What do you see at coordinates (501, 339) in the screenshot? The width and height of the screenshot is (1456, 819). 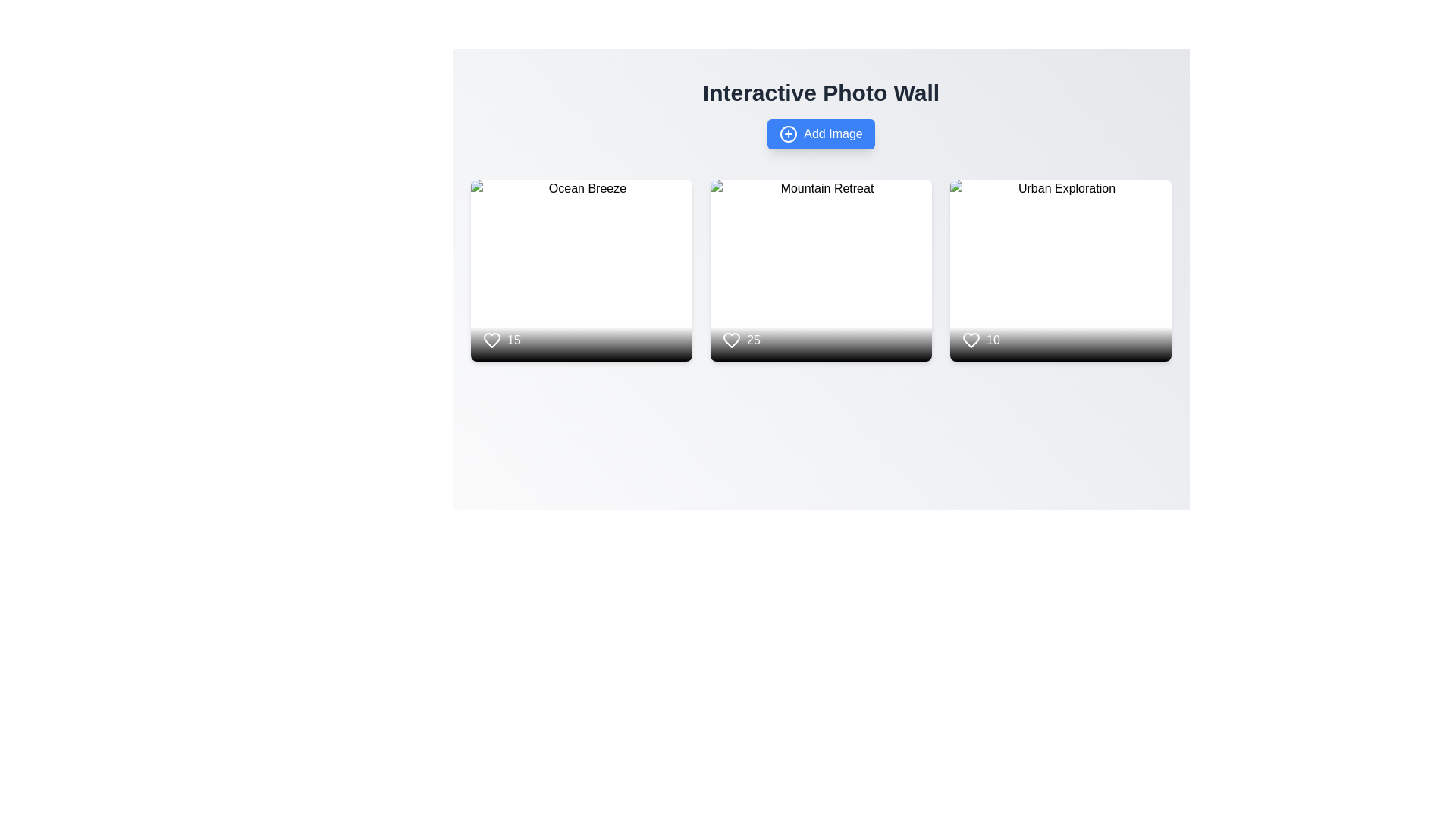 I see `the like icon-text pair located at the bottom left of the 'Ocean Breeze' card to increment the likes count` at bounding box center [501, 339].